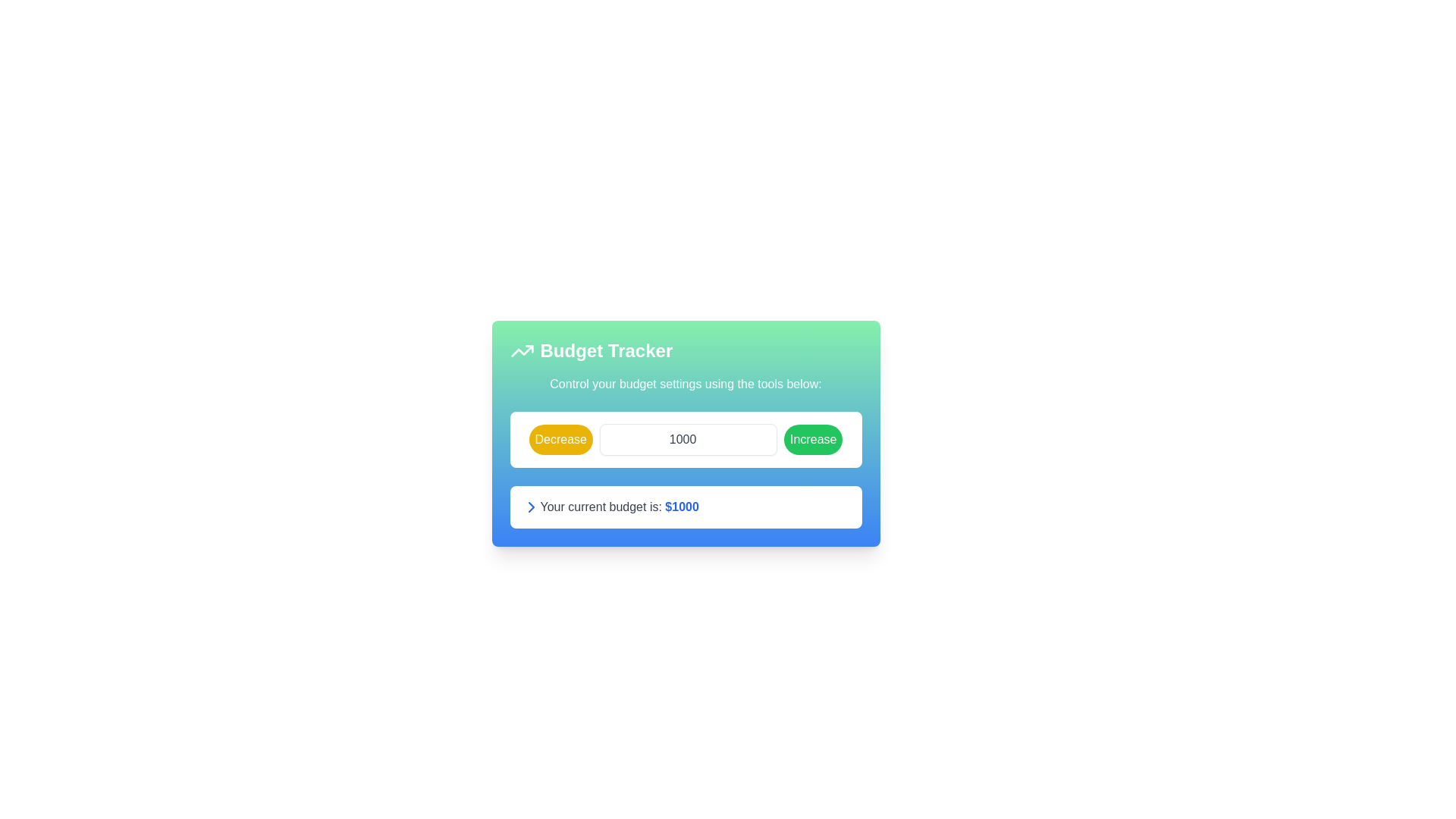  What do you see at coordinates (531, 507) in the screenshot?
I see `the blue rightward-pointing chevron icon located to the left of the text 'Your current budget is: $1000'` at bounding box center [531, 507].